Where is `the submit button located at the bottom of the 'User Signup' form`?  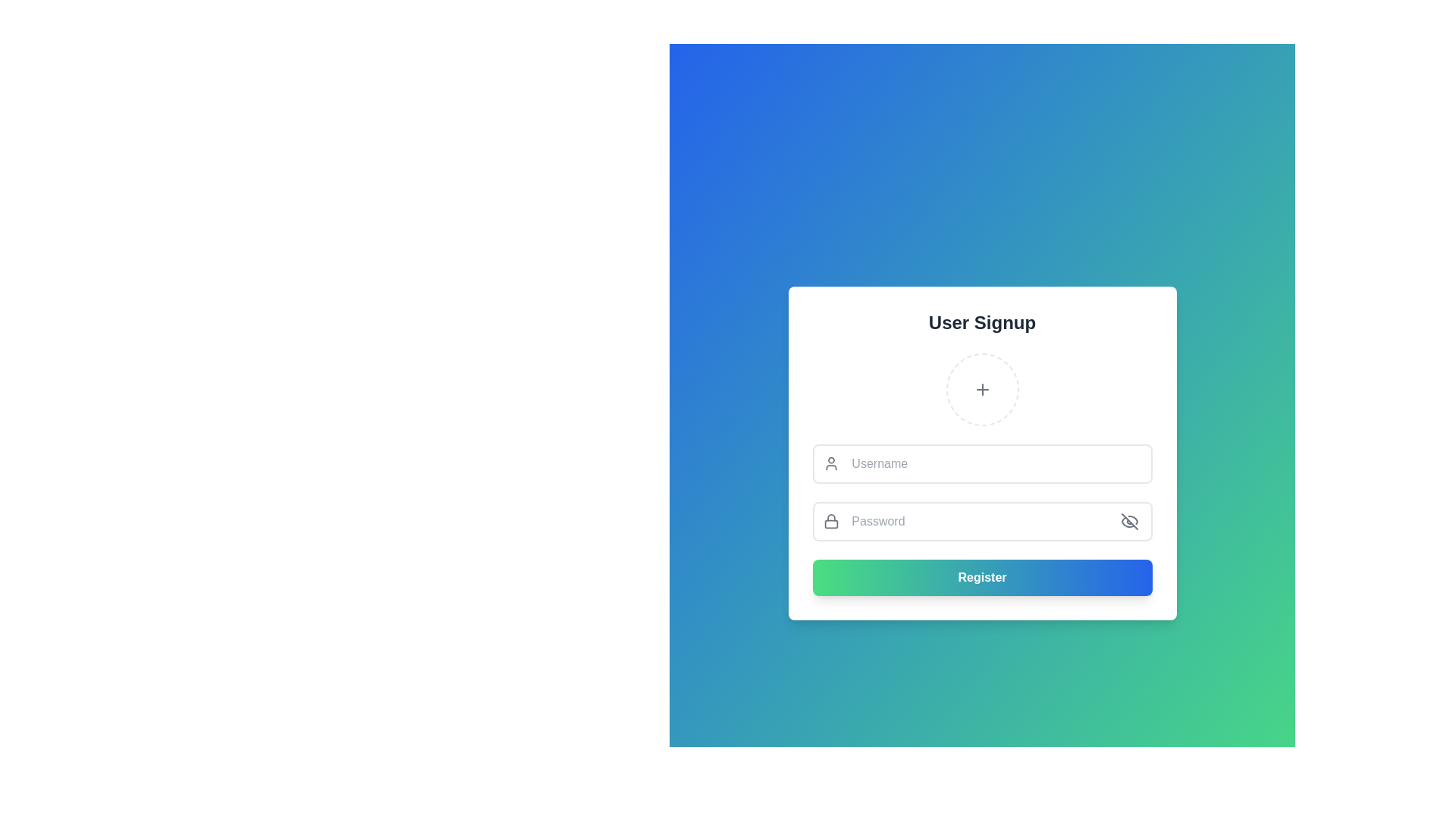
the submit button located at the bottom of the 'User Signup' form is located at coordinates (982, 578).